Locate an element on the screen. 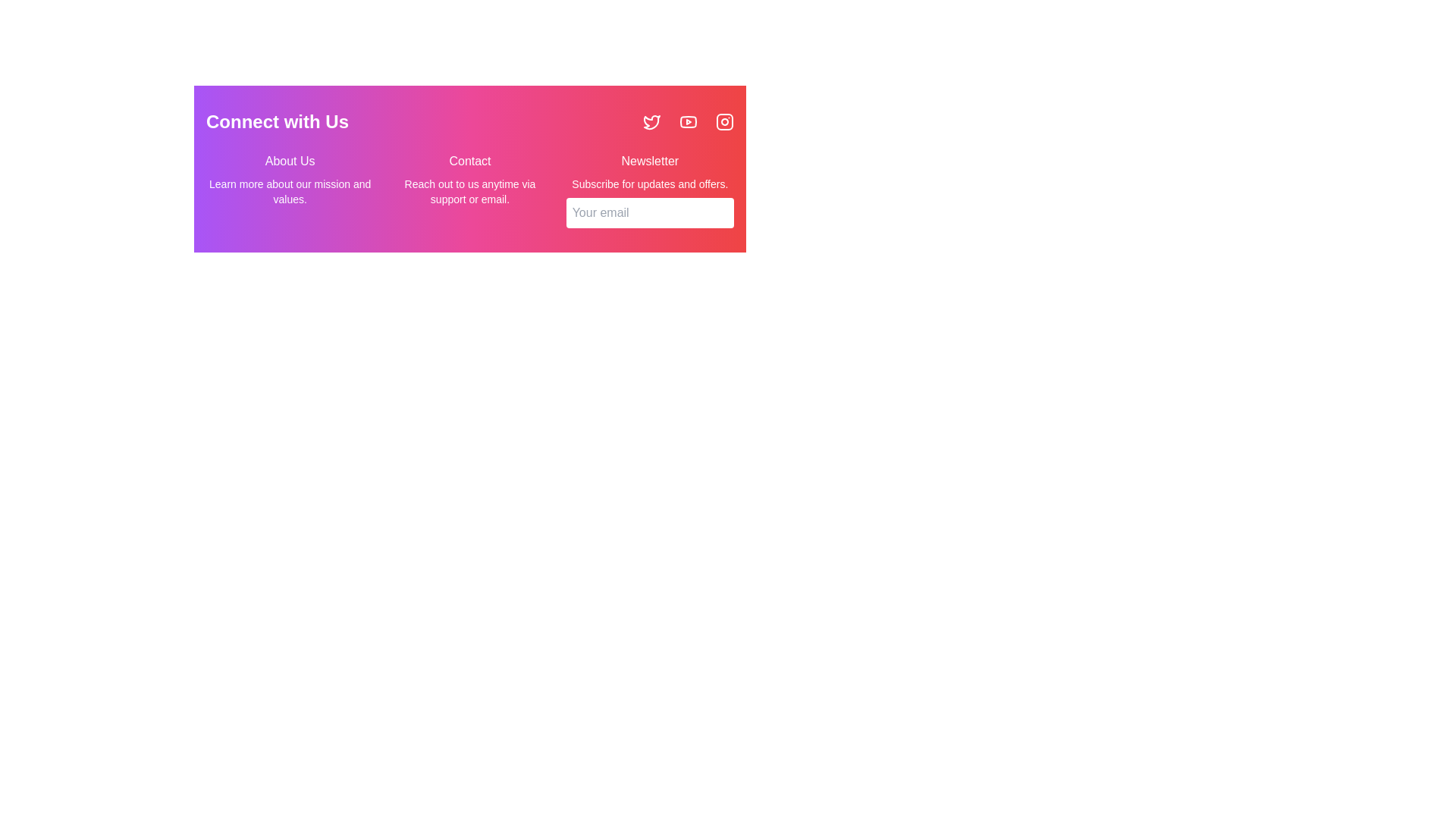  the white Instagram icon with a rounded square shape and a dot in the top-right corner is located at coordinates (723, 121).